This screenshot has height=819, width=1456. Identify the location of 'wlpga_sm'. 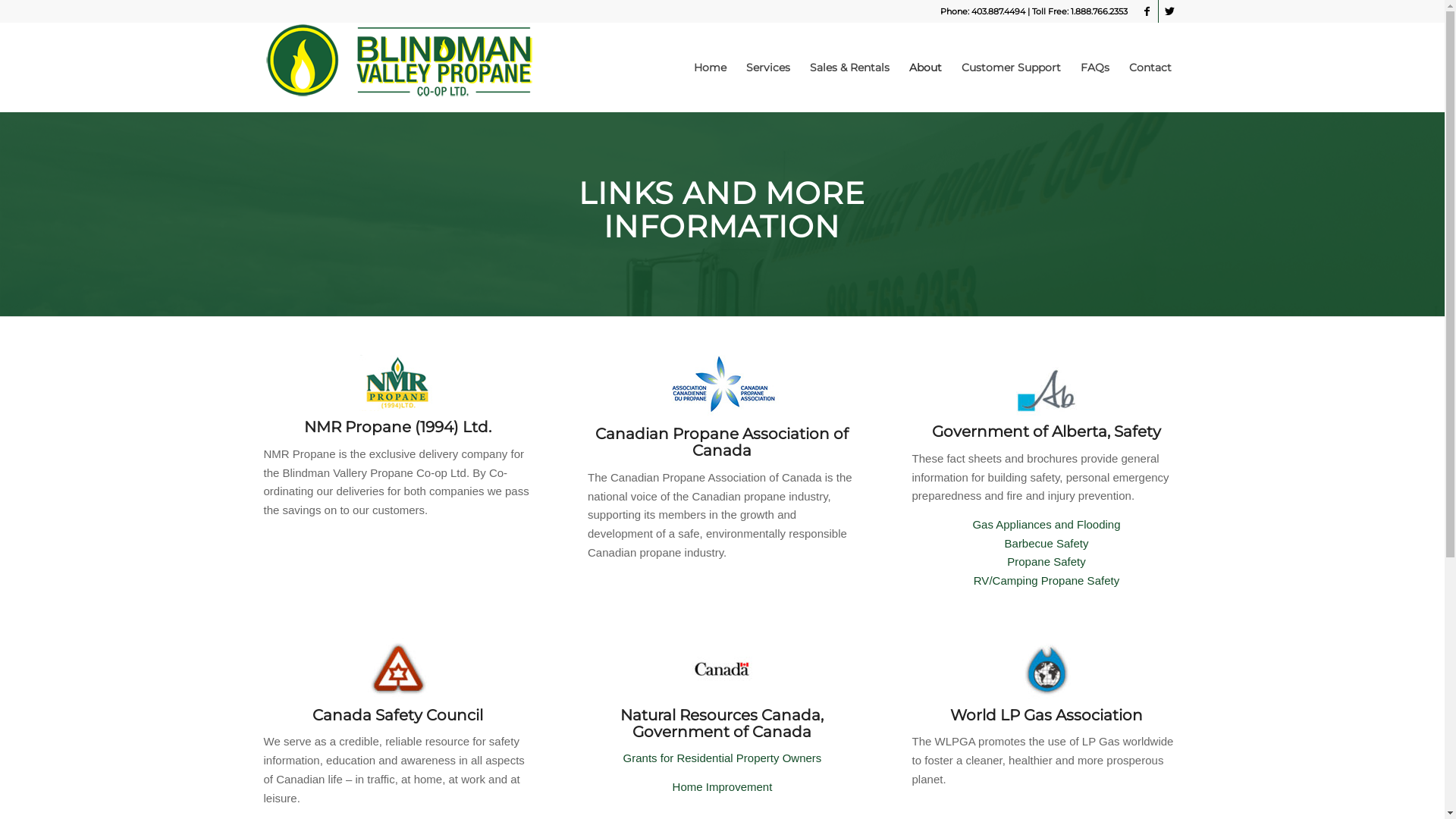
(1046, 668).